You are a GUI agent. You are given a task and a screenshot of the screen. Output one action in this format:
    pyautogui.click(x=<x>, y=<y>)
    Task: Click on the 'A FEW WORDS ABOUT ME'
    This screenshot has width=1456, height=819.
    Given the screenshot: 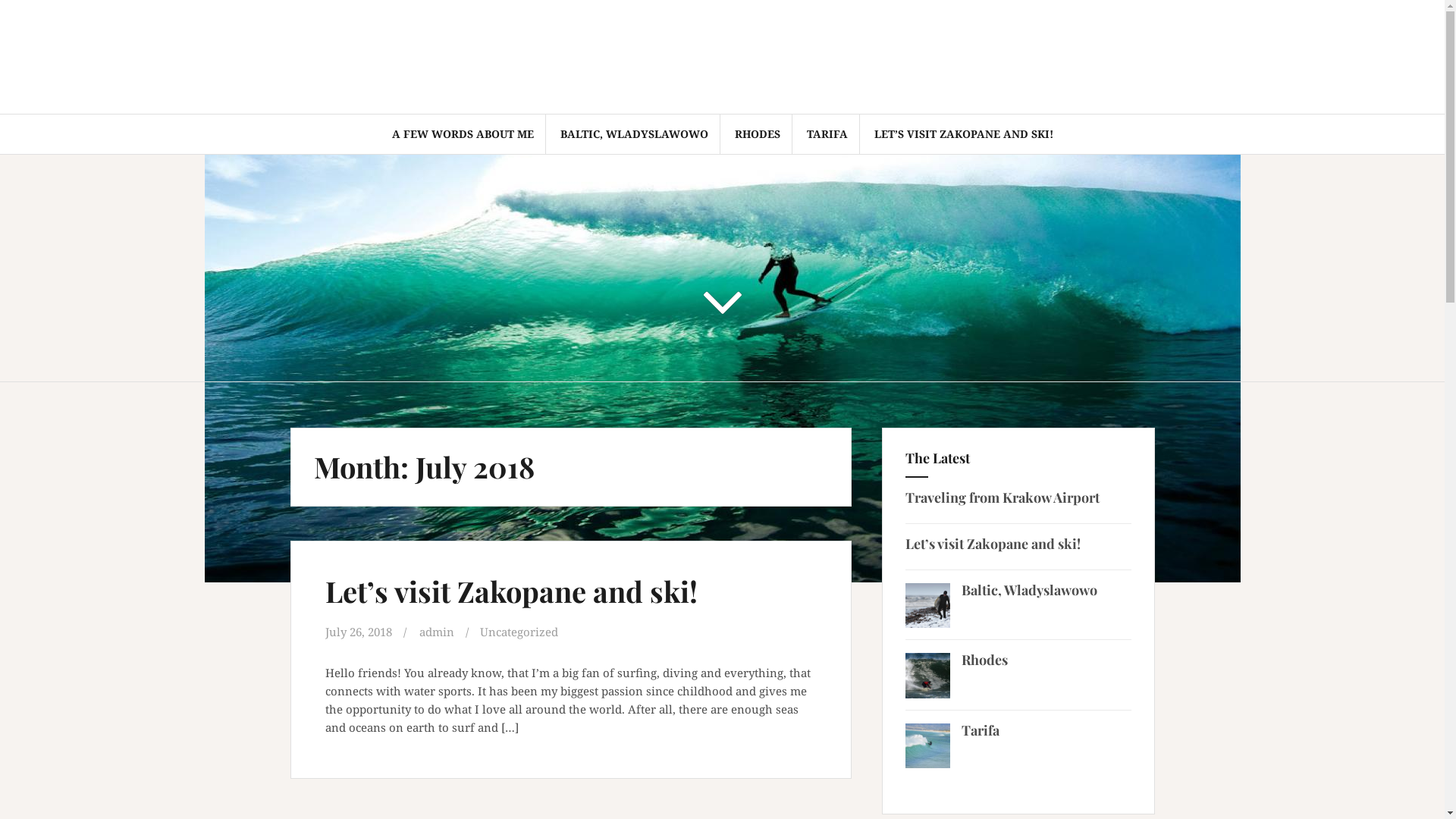 What is the action you would take?
    pyautogui.click(x=391, y=133)
    